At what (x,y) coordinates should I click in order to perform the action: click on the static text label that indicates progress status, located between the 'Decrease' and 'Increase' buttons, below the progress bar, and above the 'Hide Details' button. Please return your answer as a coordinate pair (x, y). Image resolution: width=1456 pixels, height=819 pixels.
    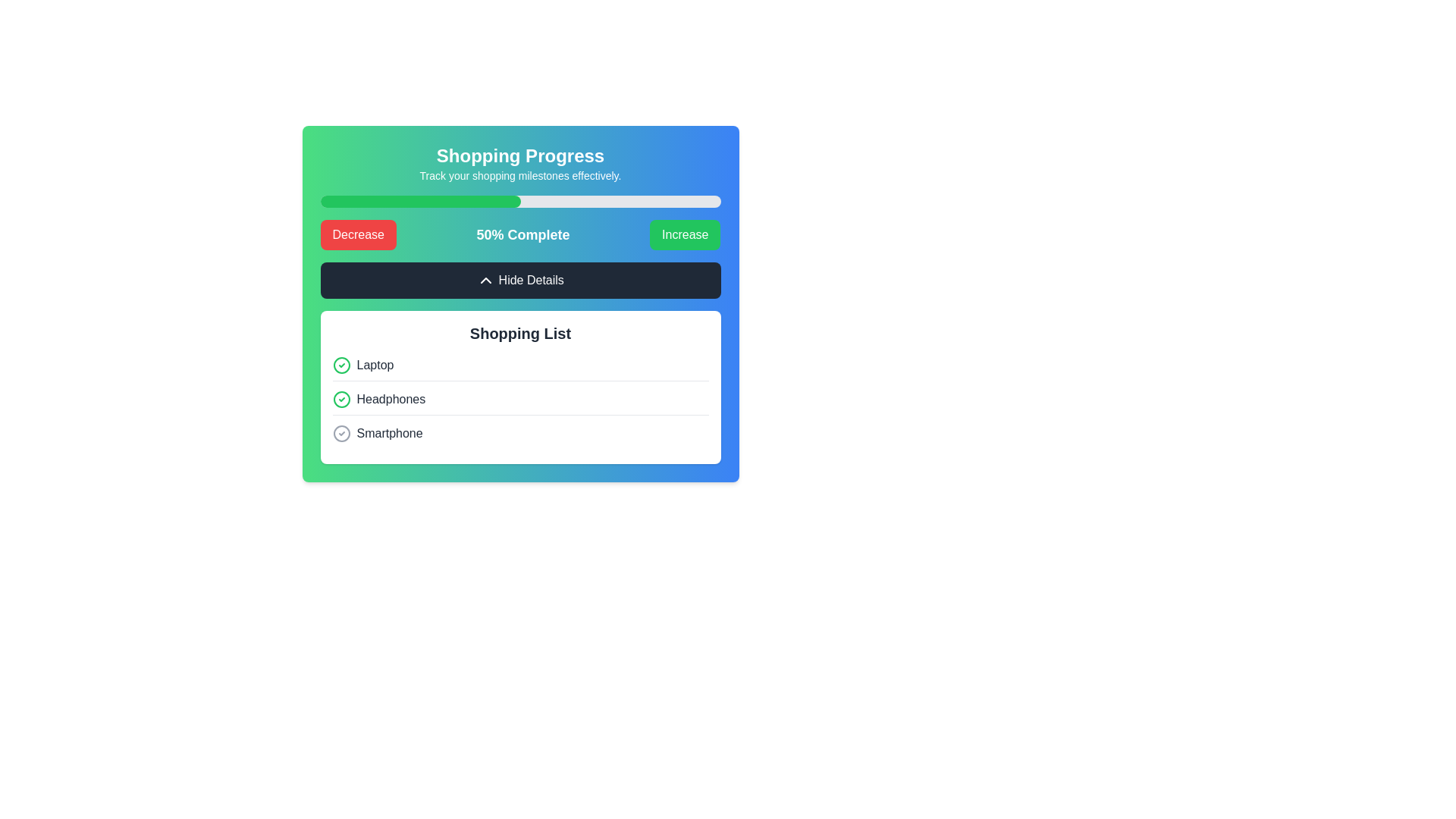
    Looking at the image, I should click on (523, 234).